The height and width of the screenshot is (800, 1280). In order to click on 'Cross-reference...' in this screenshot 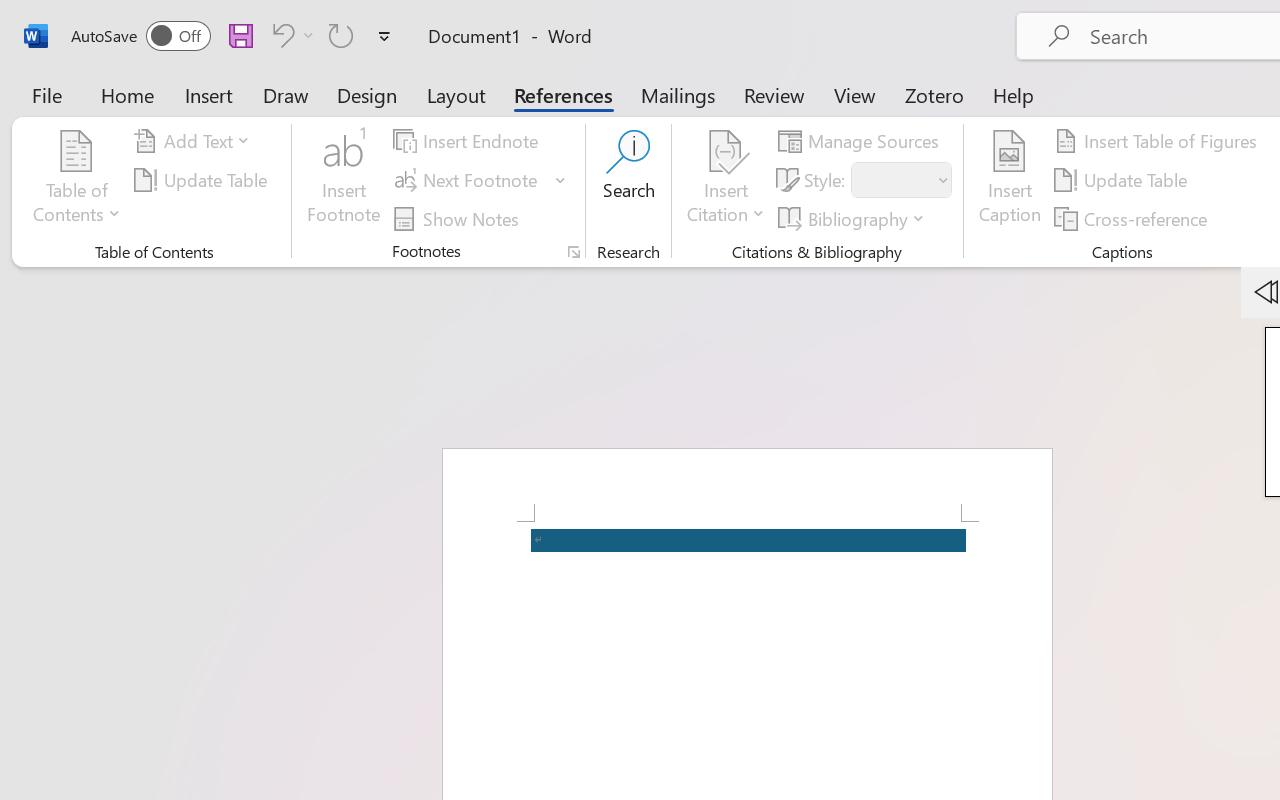, I will do `click(1134, 218)`.